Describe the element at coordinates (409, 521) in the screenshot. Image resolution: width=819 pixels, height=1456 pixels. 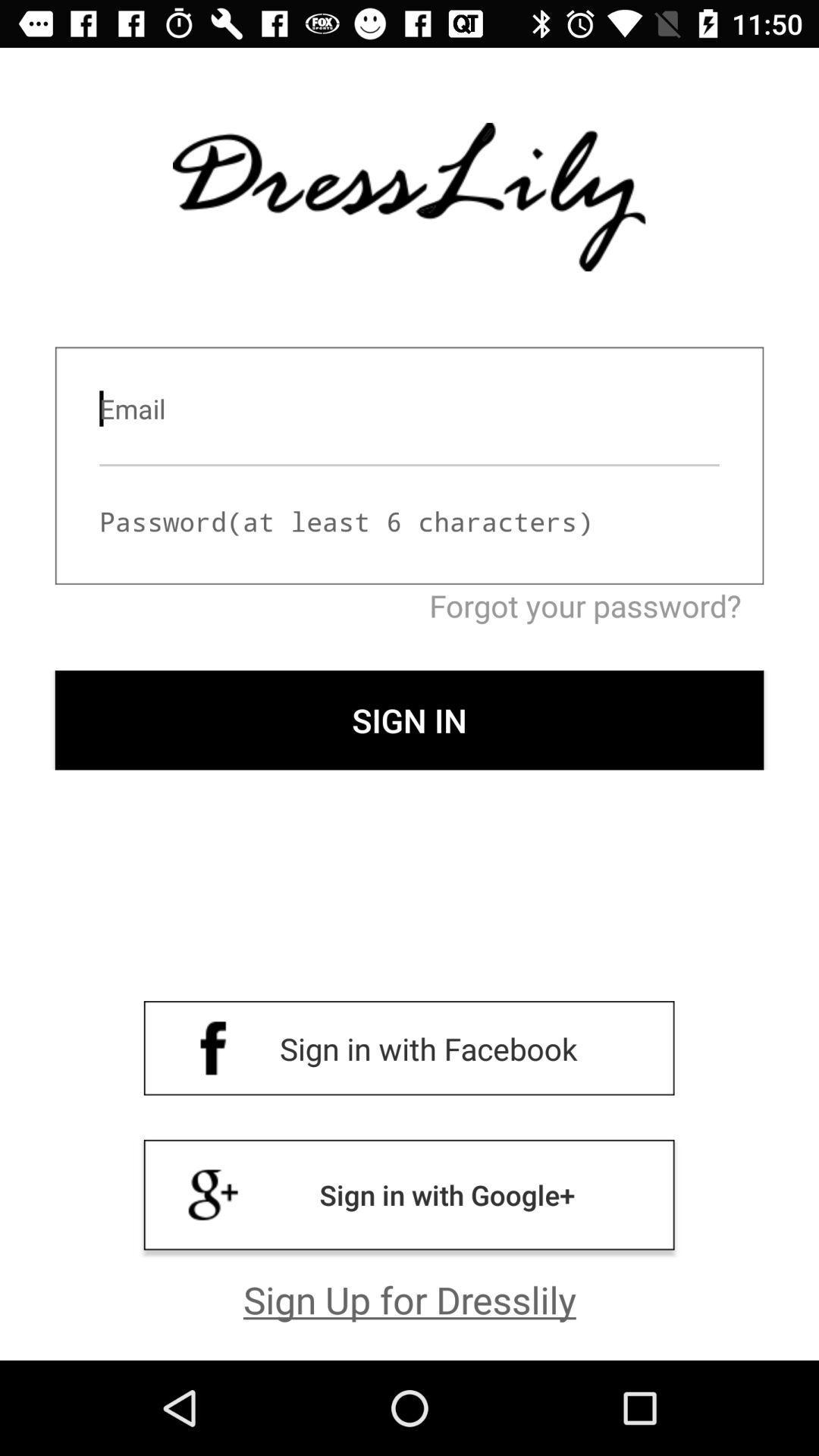
I see `type password` at that location.